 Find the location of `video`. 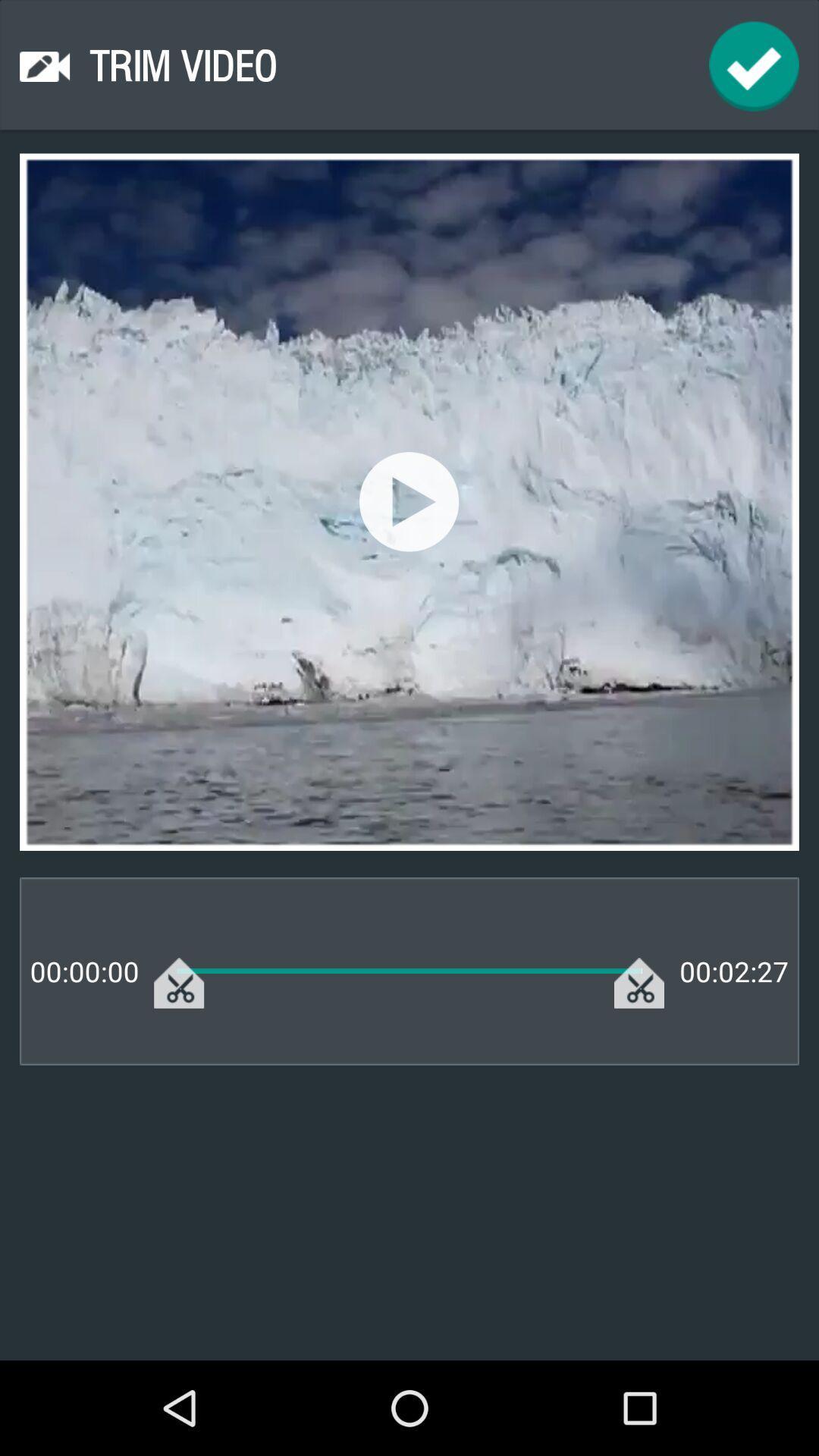

video is located at coordinates (408, 501).